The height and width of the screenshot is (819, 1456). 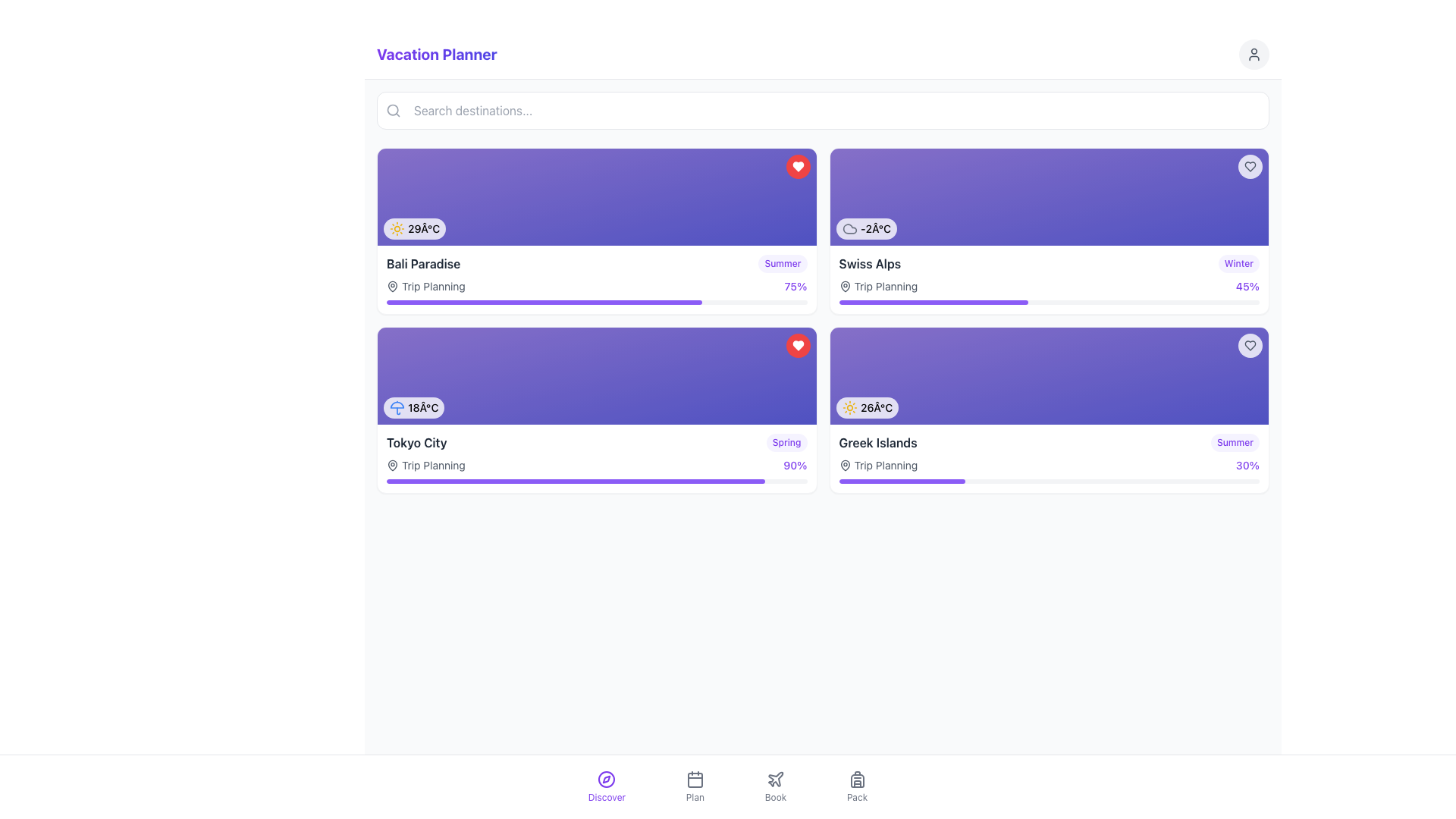 What do you see at coordinates (397, 228) in the screenshot?
I see `the sunny weather icon located within the badge at the top left of the 'Bali Paradise' card, which is the first icon among similar icons` at bounding box center [397, 228].